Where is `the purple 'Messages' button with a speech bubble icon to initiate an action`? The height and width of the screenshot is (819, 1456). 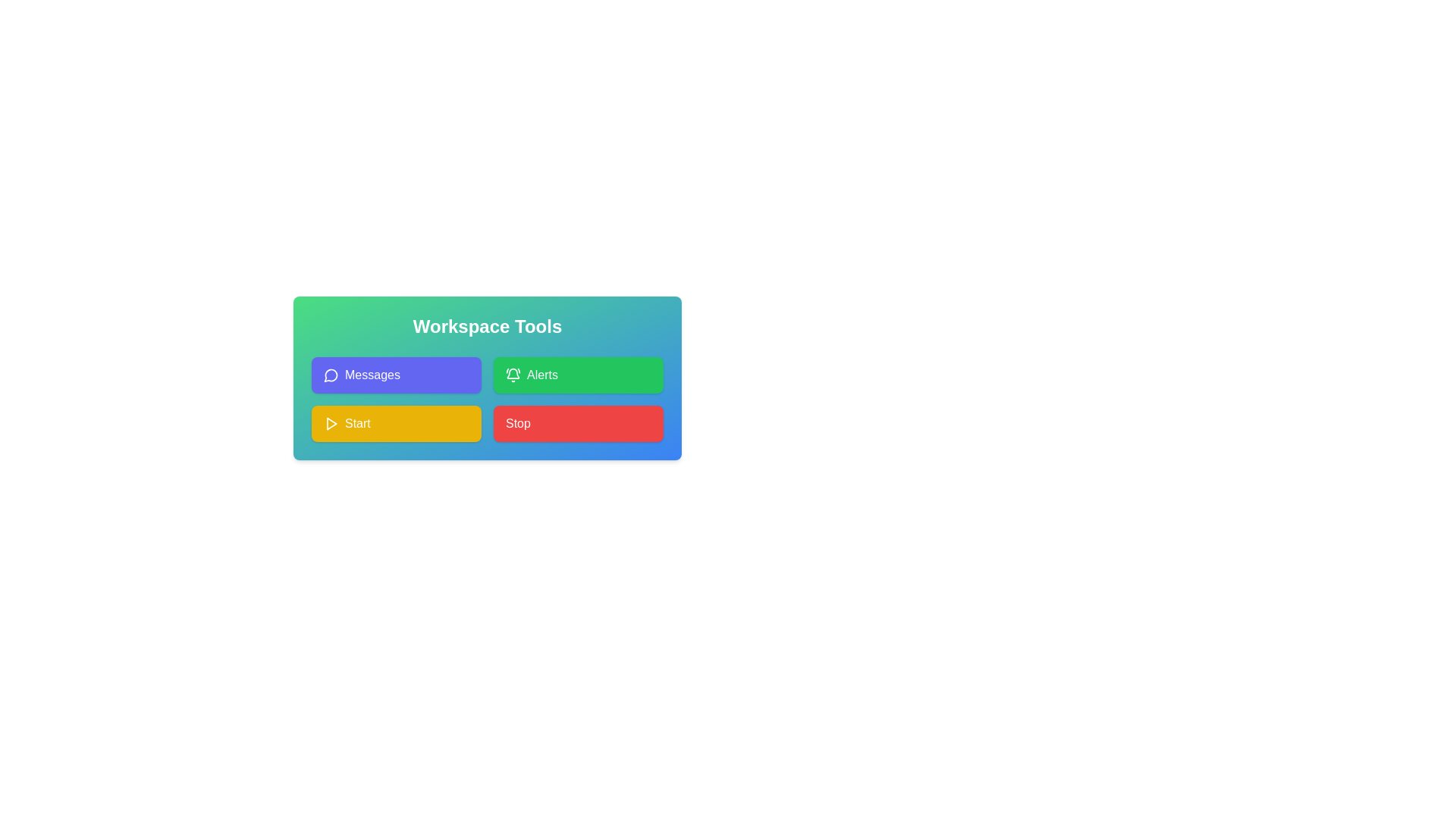 the purple 'Messages' button with a speech bubble icon to initiate an action is located at coordinates (397, 375).